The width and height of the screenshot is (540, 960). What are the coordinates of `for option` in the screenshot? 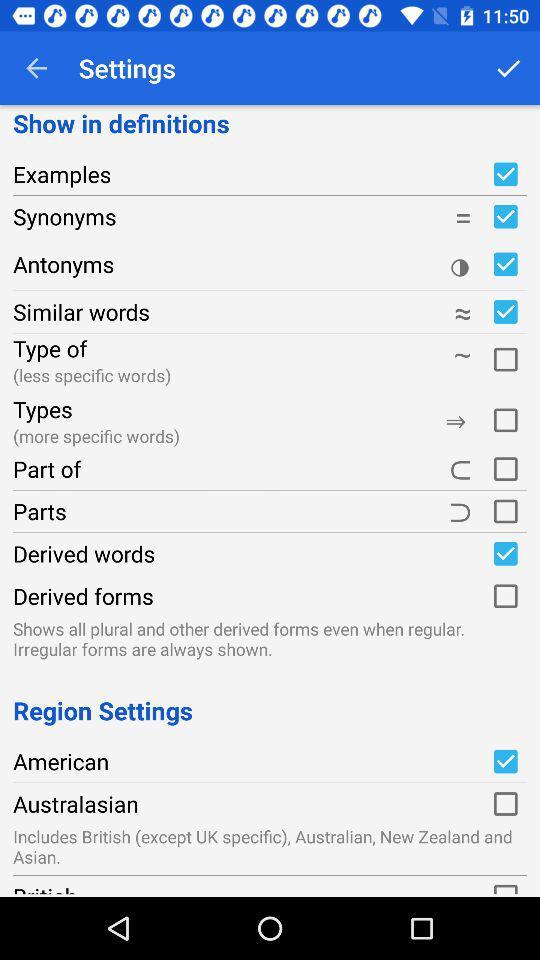 It's located at (504, 357).